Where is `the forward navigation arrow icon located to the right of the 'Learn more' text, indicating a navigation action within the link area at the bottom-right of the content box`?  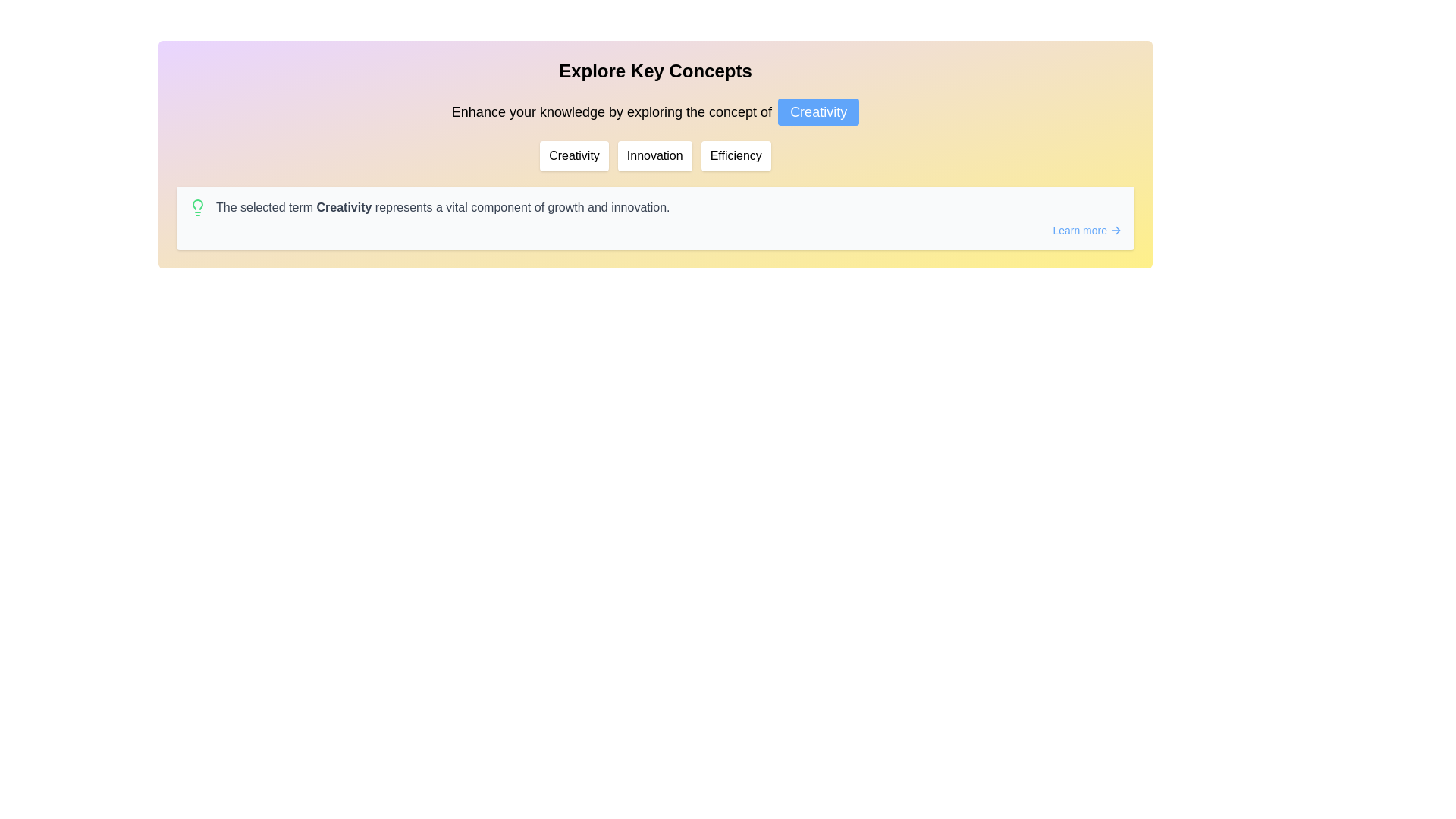 the forward navigation arrow icon located to the right of the 'Learn more' text, indicating a navigation action within the link area at the bottom-right of the content box is located at coordinates (1116, 231).